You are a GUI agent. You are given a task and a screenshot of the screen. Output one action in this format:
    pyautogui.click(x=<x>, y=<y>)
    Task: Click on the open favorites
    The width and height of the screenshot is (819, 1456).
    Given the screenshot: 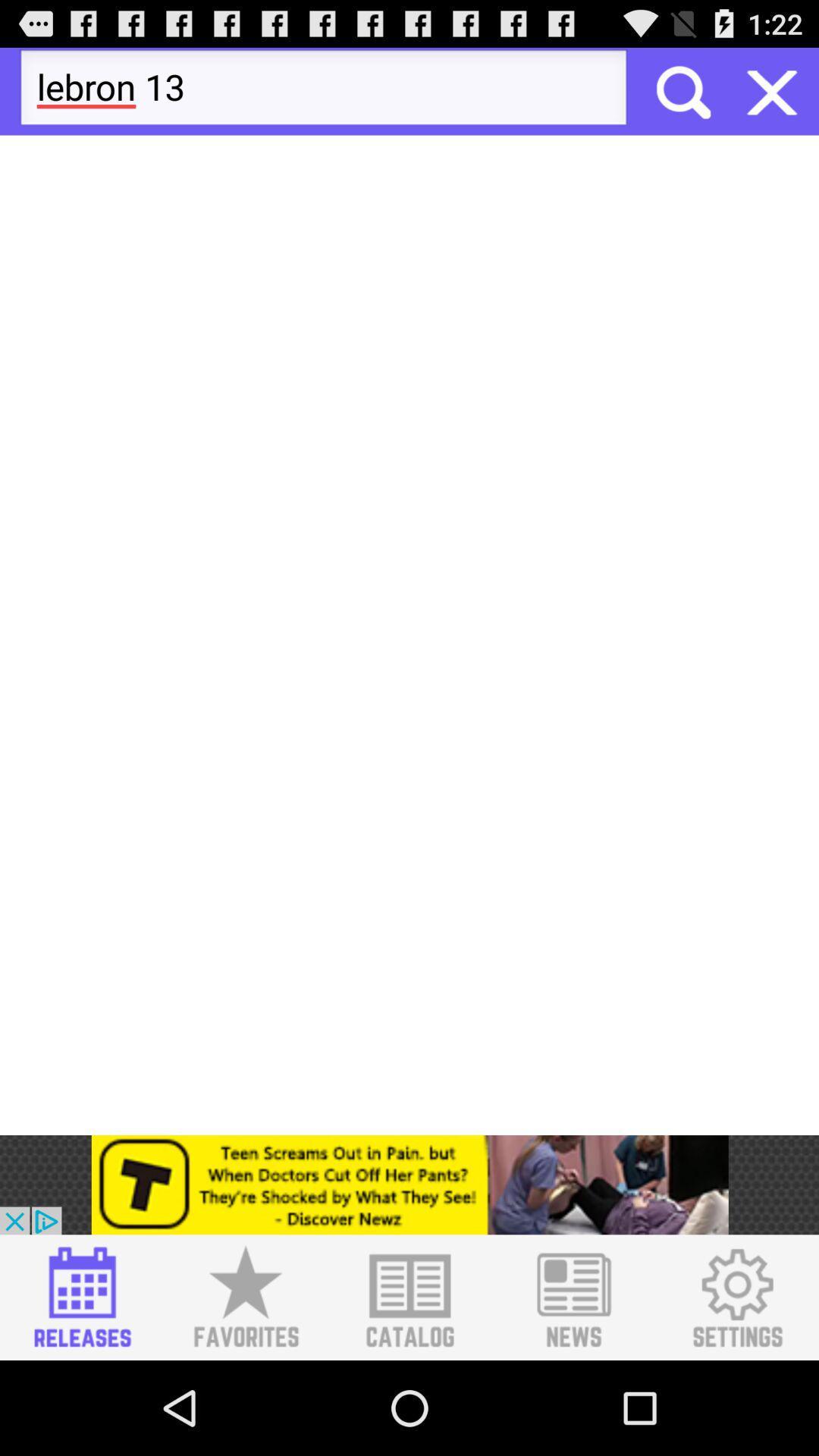 What is the action you would take?
    pyautogui.click(x=245, y=1297)
    